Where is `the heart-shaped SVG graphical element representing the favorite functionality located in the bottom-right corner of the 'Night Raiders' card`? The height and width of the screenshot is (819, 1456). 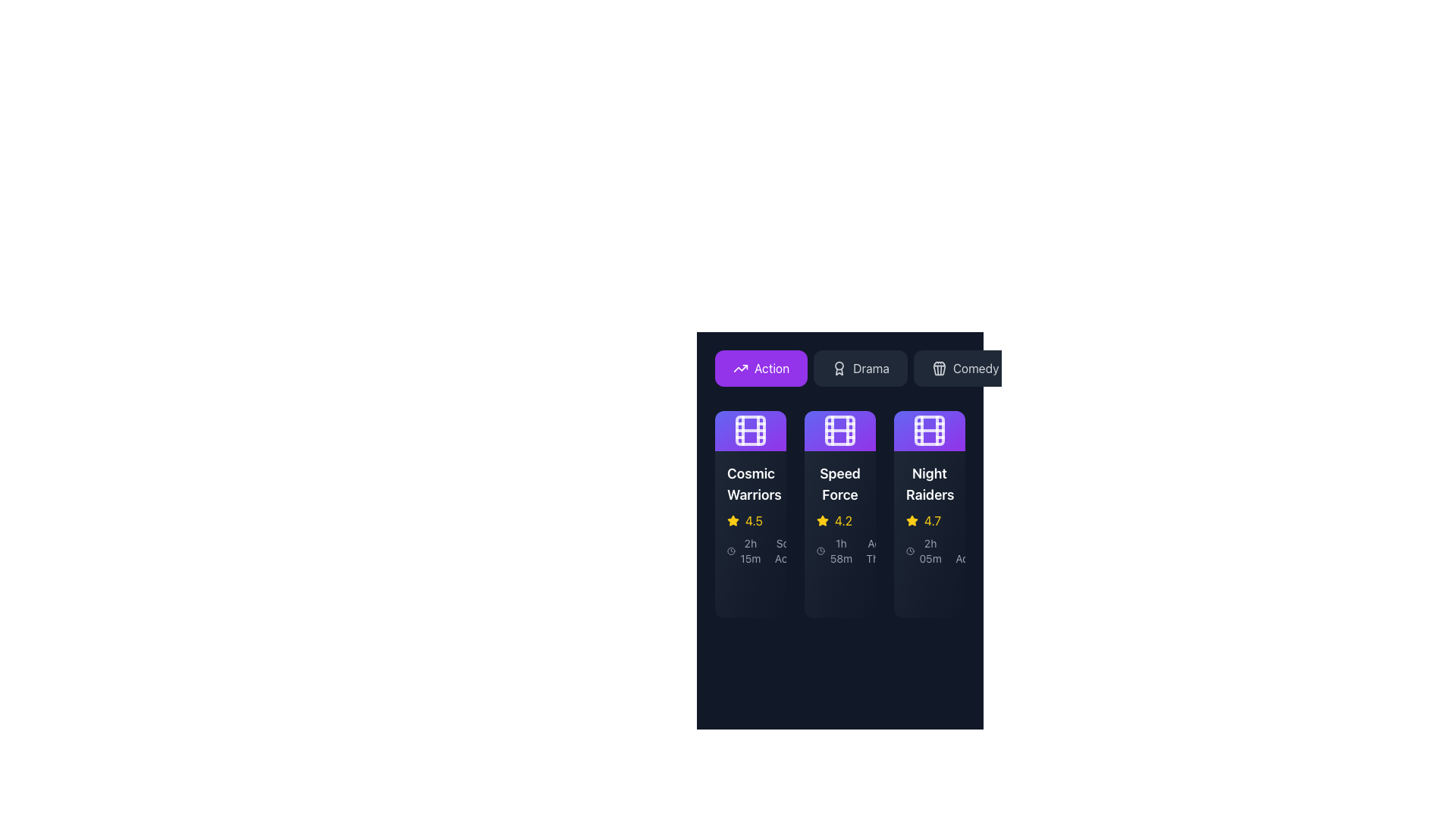 the heart-shaped SVG graphical element representing the favorite functionality located in the bottom-right corner of the 'Night Raiders' card is located at coordinates (896, 589).